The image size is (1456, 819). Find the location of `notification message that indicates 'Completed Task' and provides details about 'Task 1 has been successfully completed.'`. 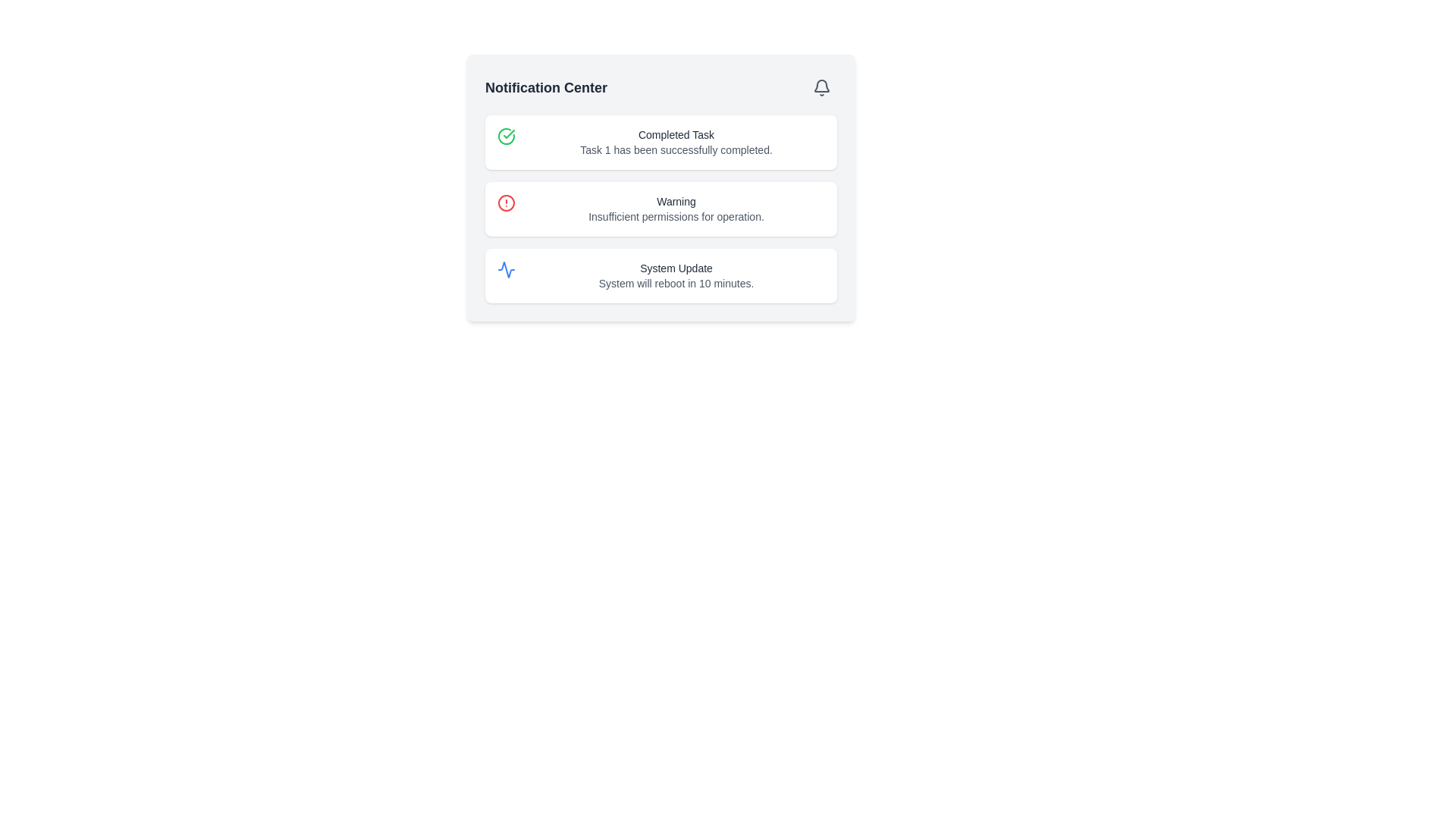

notification message that indicates 'Completed Task' and provides details about 'Task 1 has been successfully completed.' is located at coordinates (676, 143).